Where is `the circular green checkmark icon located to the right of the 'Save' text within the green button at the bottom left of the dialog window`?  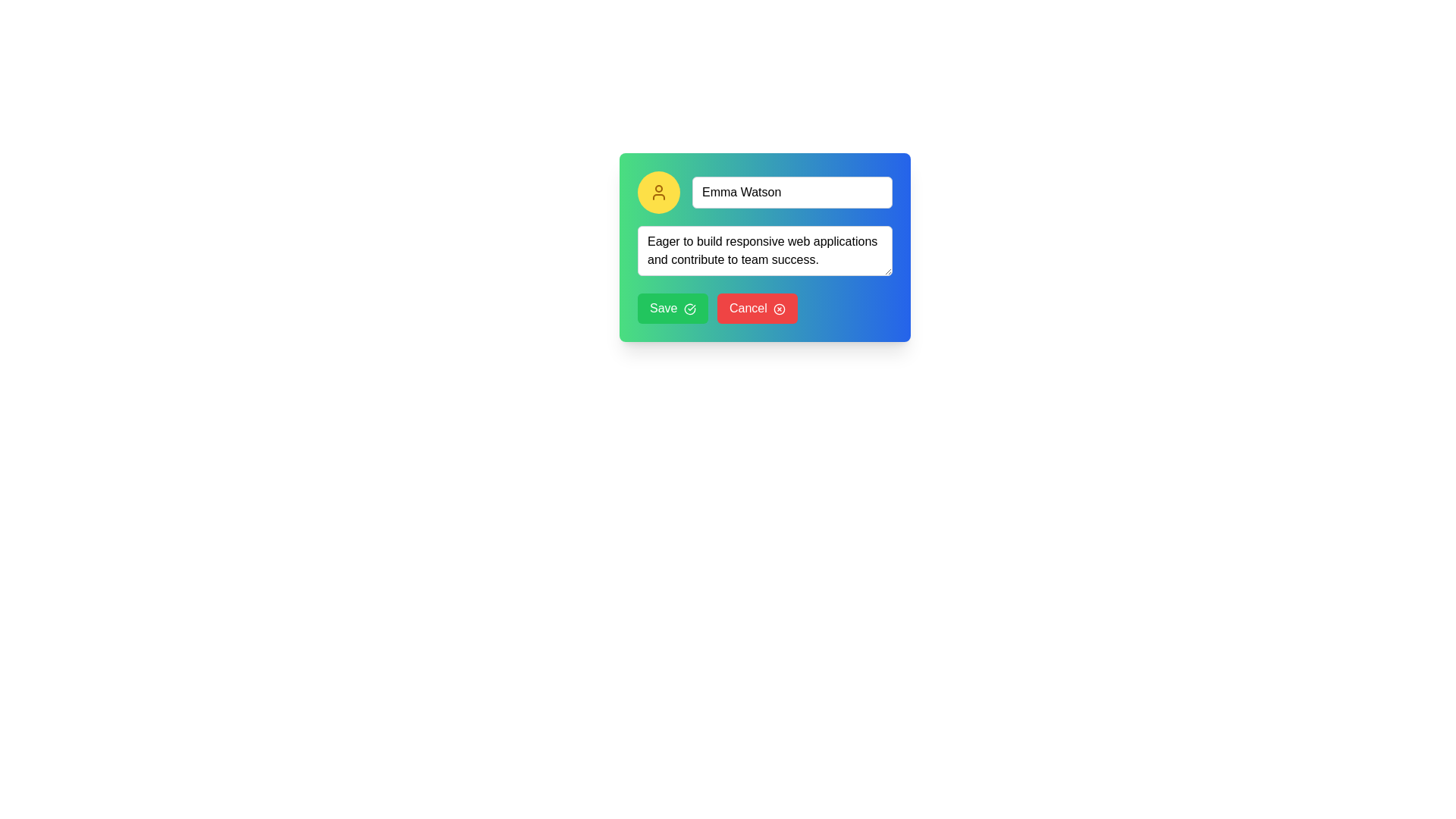 the circular green checkmark icon located to the right of the 'Save' text within the green button at the bottom left of the dialog window is located at coordinates (689, 308).